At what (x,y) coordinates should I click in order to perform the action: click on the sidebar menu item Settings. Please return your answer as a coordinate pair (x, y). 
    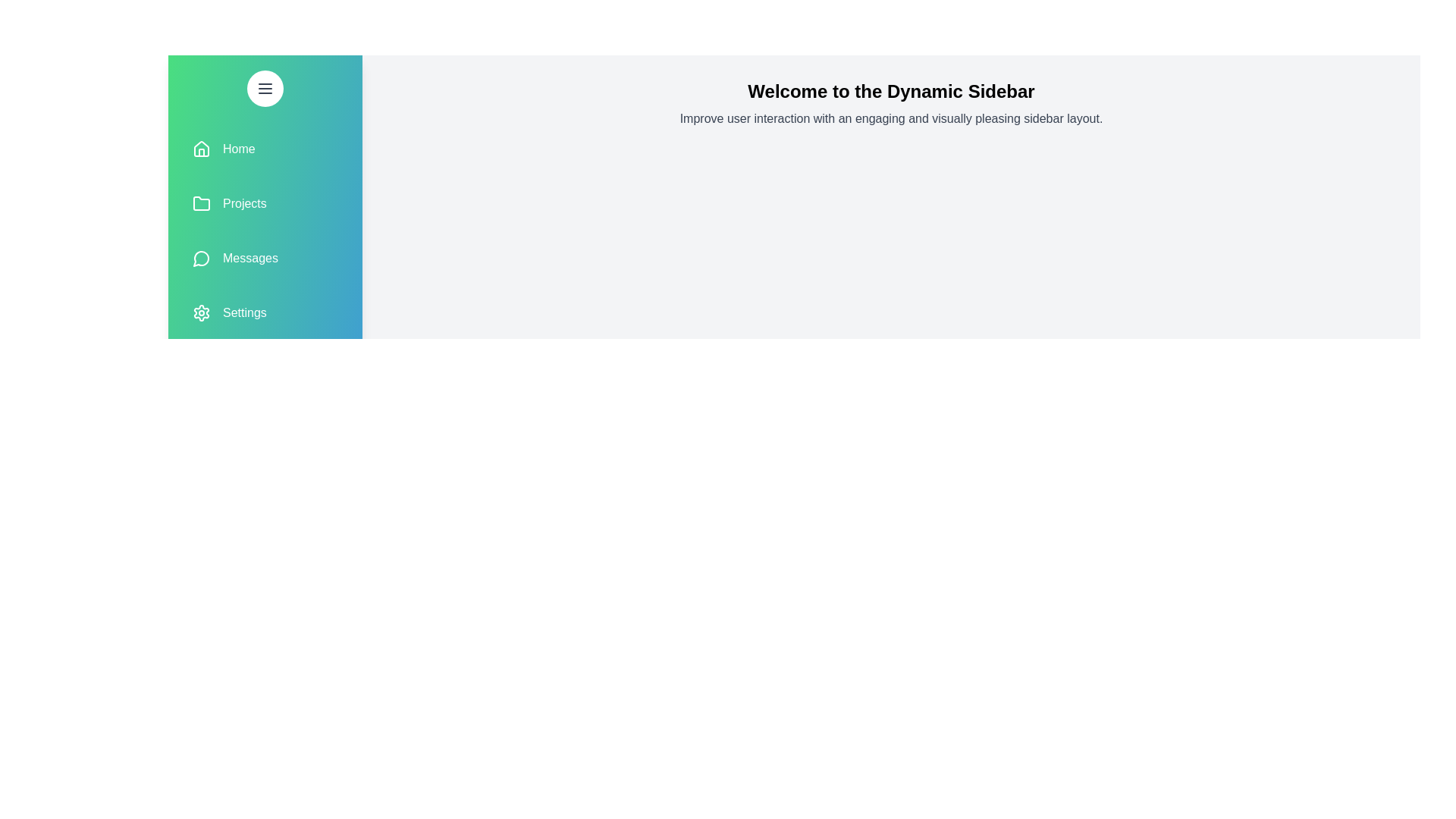
    Looking at the image, I should click on (265, 312).